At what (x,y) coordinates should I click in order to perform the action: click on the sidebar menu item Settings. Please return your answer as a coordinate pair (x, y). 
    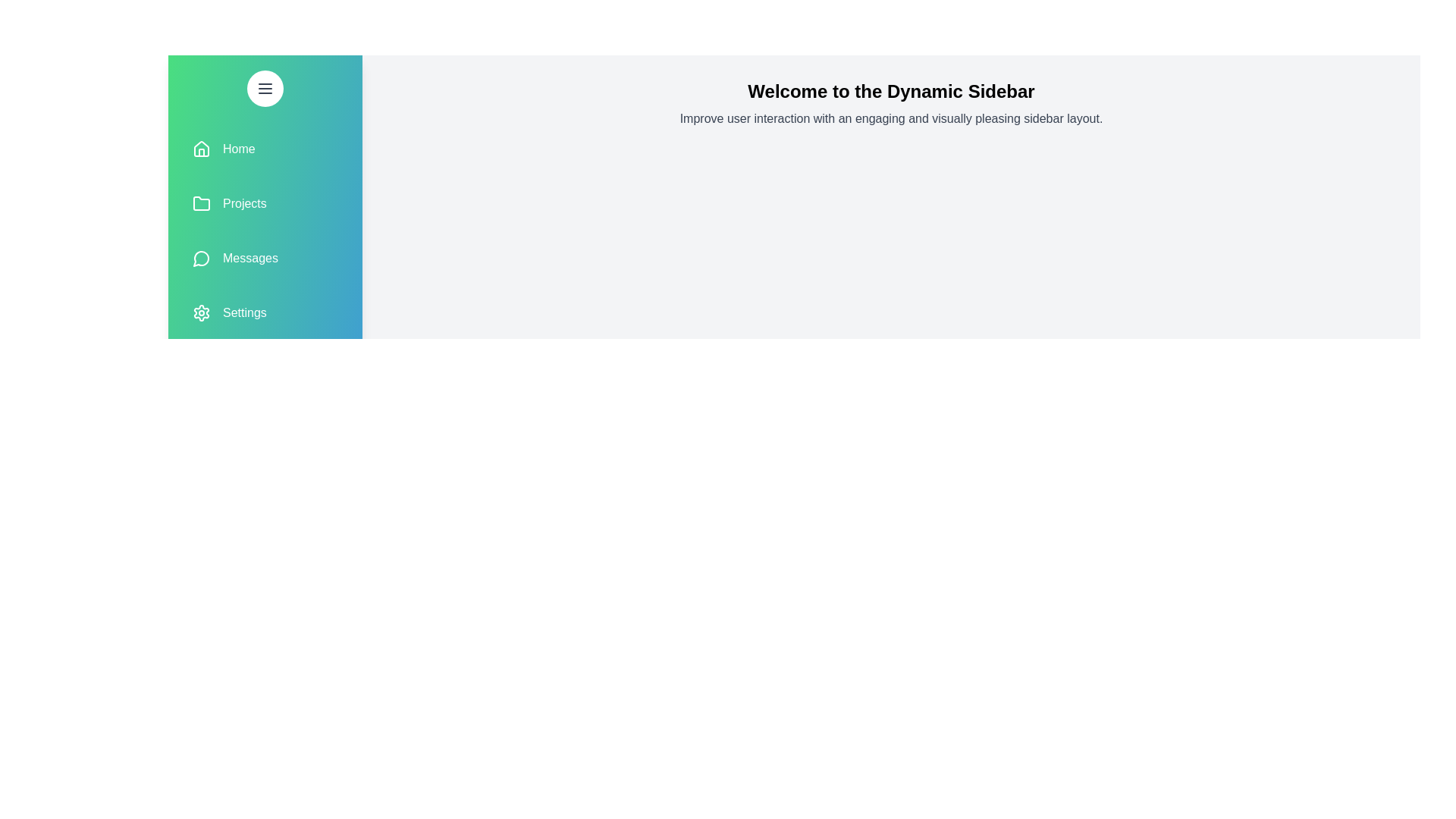
    Looking at the image, I should click on (265, 312).